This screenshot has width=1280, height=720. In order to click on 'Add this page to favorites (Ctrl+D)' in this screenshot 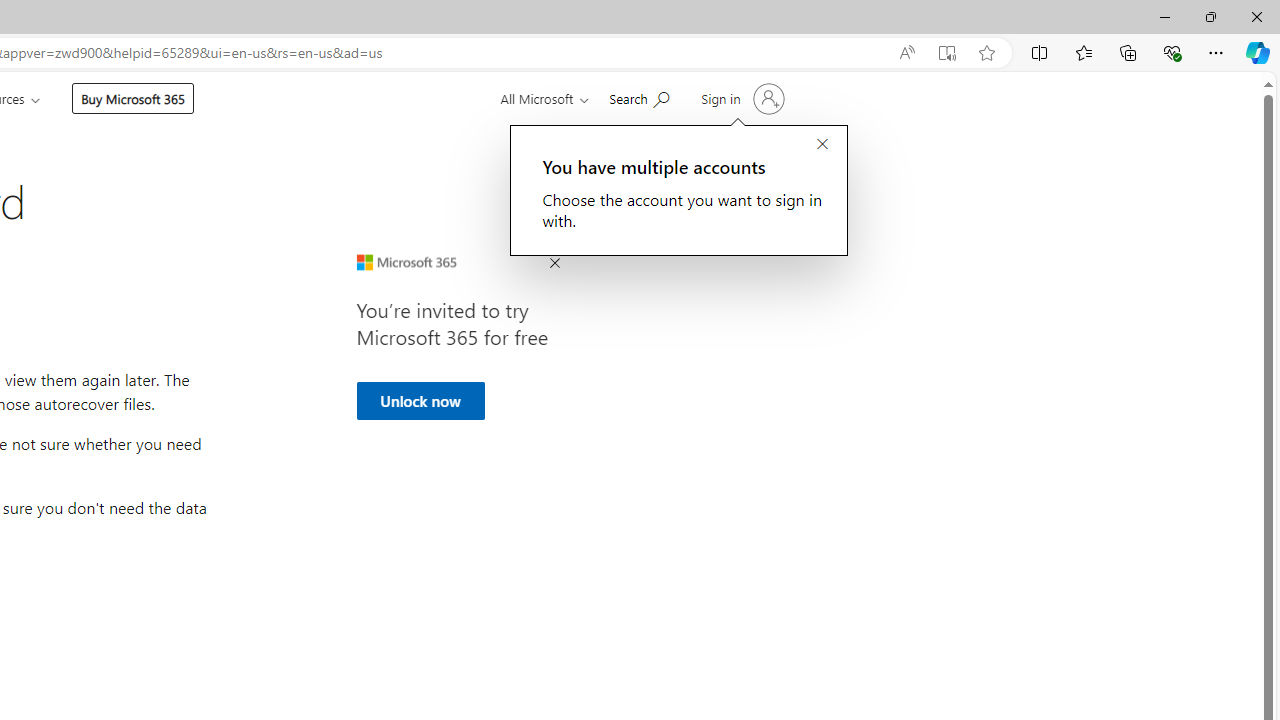, I will do `click(986, 52)`.